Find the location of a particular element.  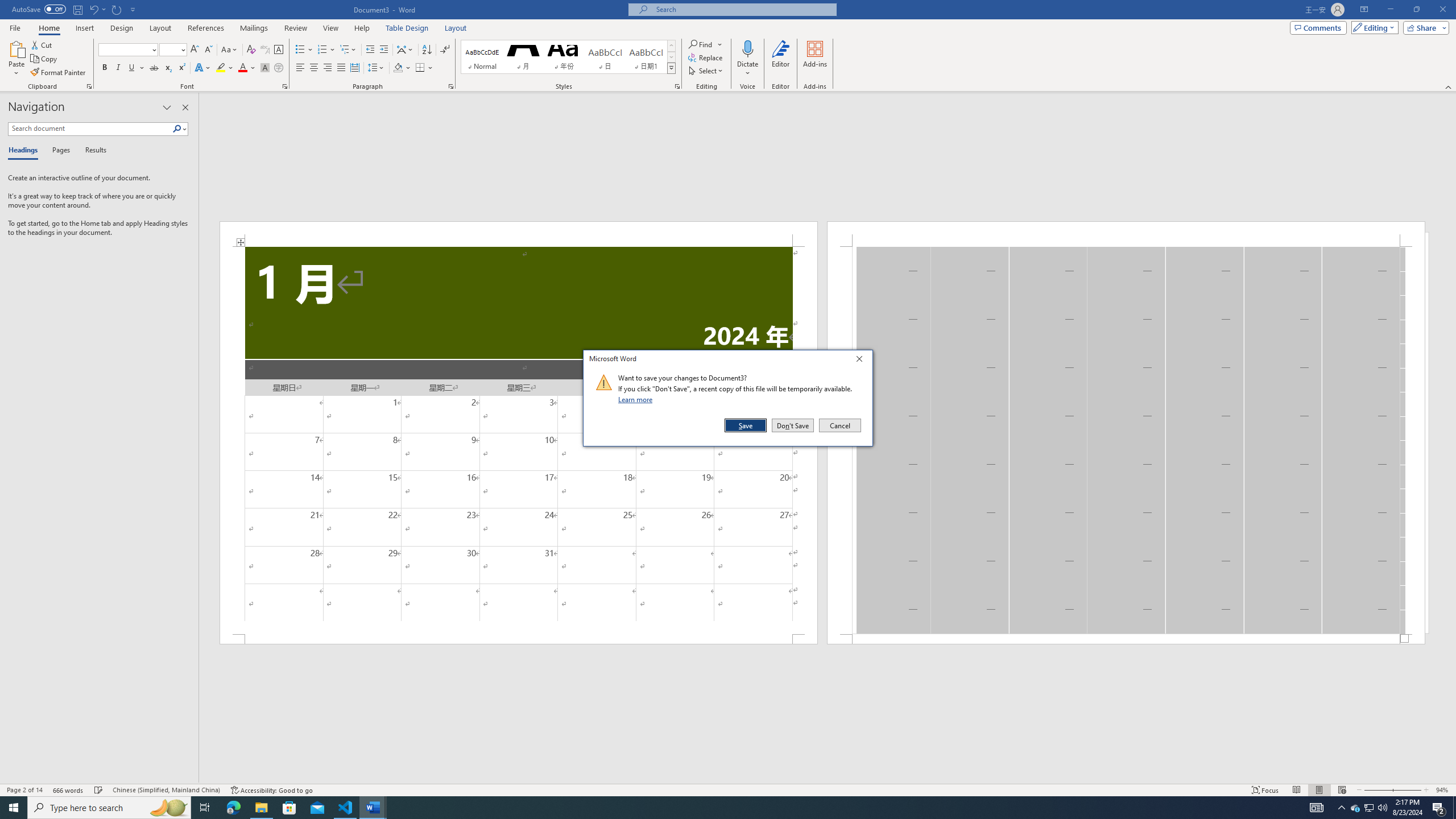

'Undo Distribute Para' is located at coordinates (97, 9).